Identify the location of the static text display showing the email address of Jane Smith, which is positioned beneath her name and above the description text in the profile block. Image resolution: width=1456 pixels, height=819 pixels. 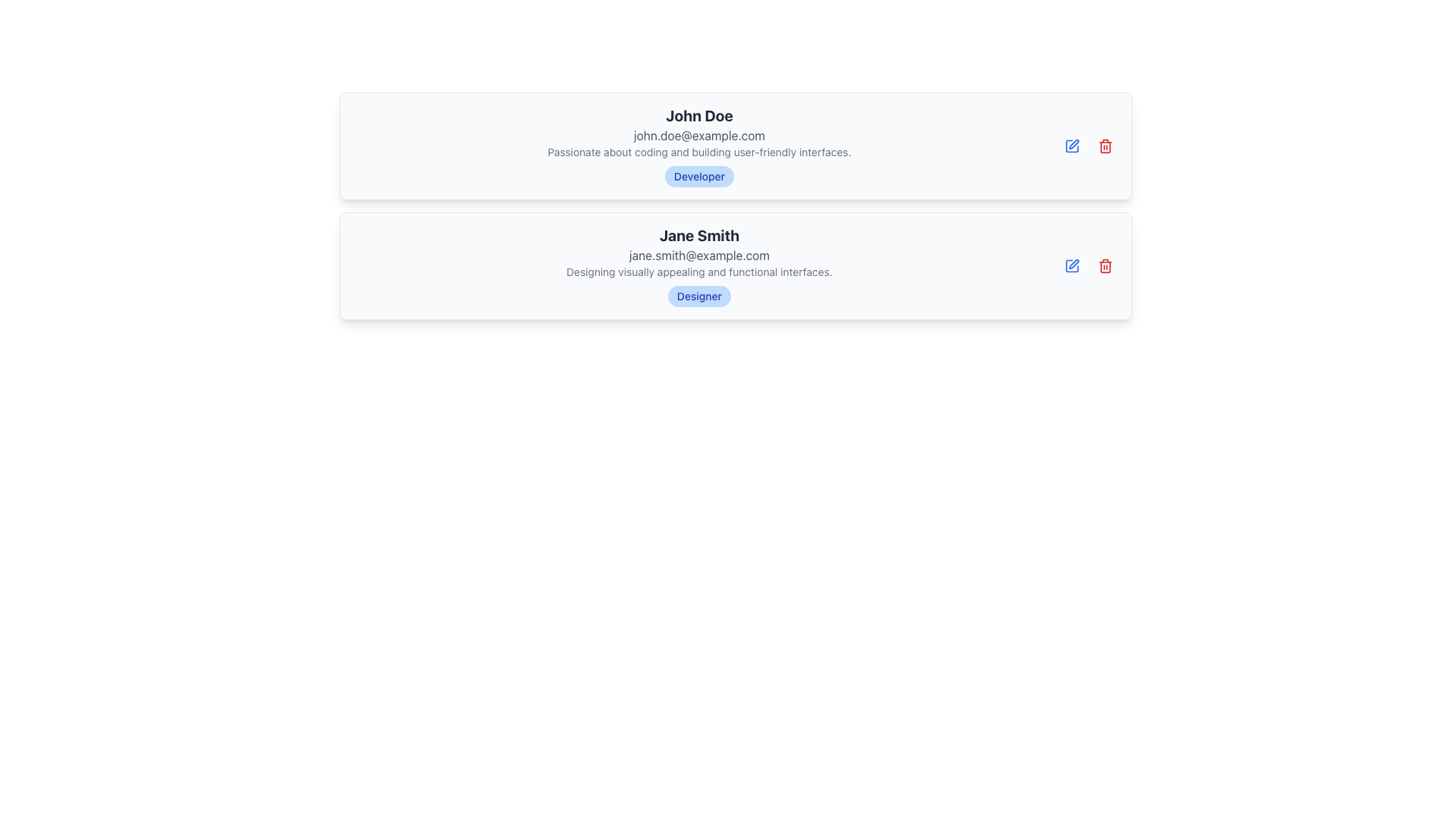
(698, 254).